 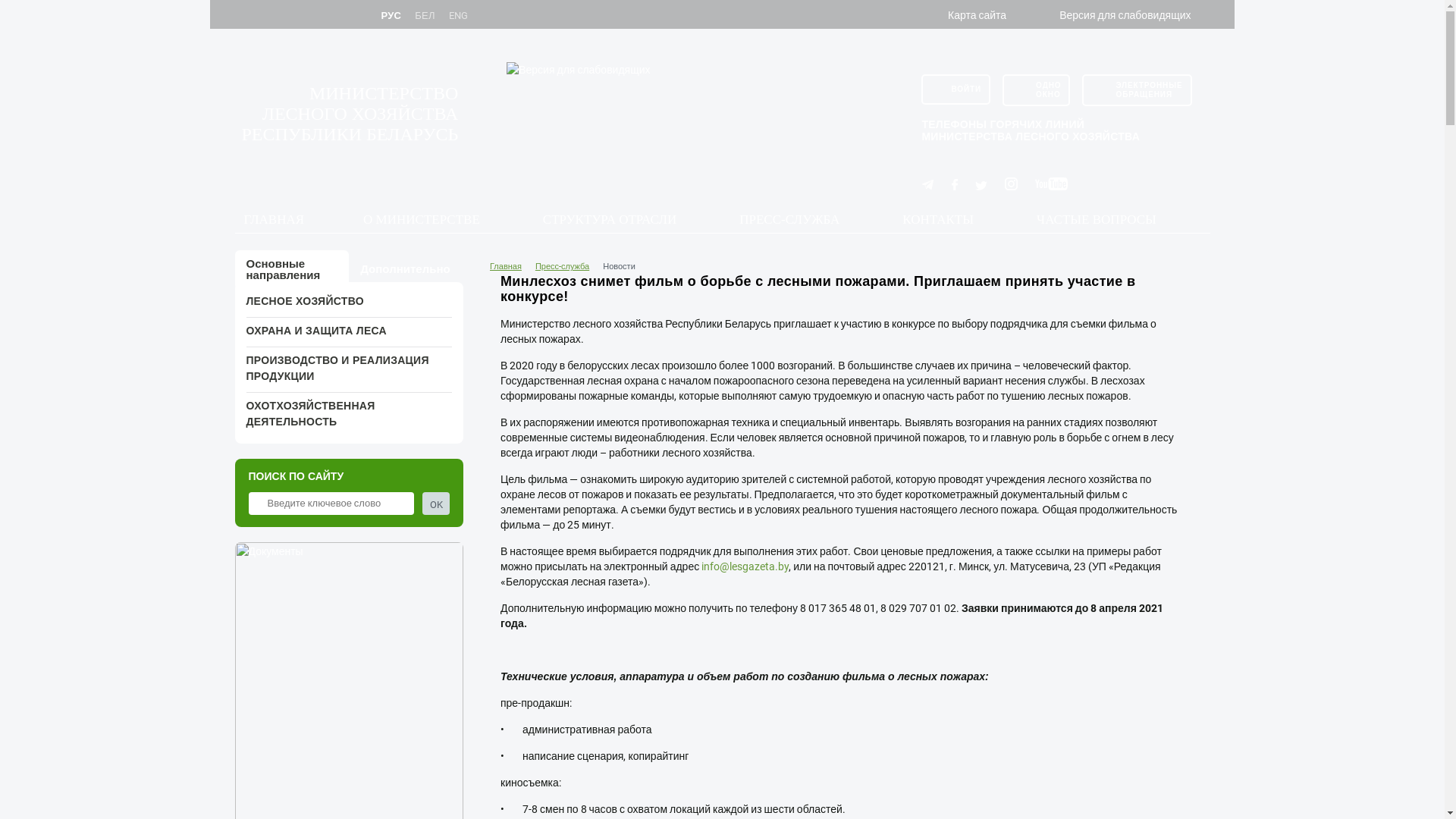 I want to click on 'OK', so click(x=435, y=503).